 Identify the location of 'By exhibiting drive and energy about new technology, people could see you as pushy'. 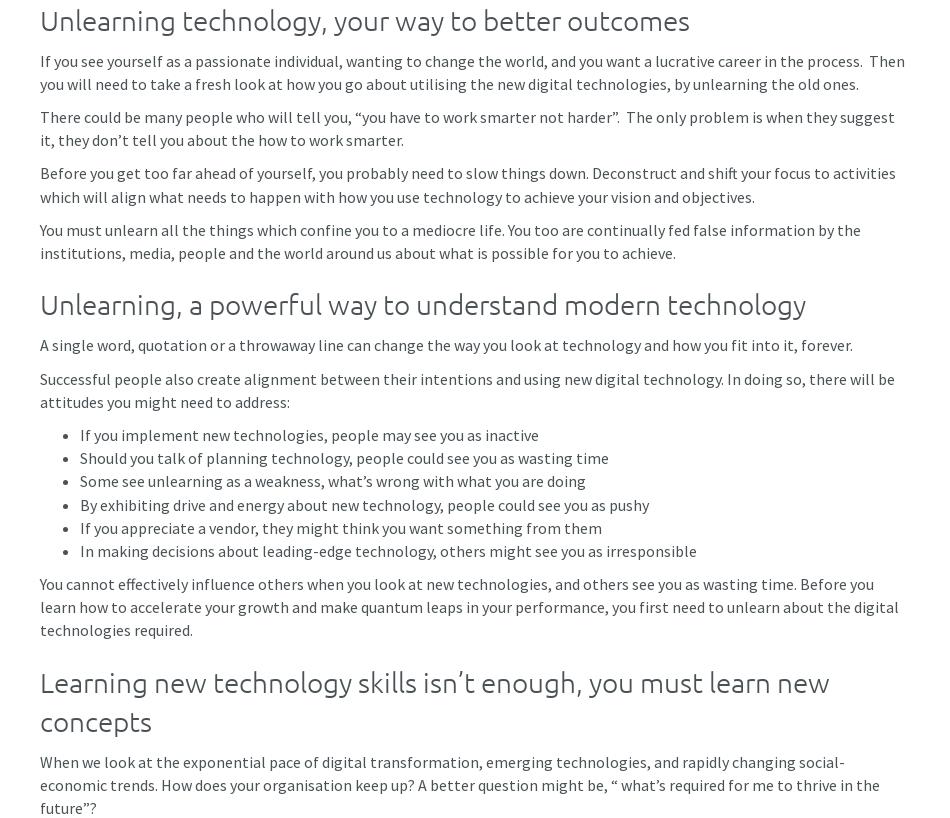
(79, 503).